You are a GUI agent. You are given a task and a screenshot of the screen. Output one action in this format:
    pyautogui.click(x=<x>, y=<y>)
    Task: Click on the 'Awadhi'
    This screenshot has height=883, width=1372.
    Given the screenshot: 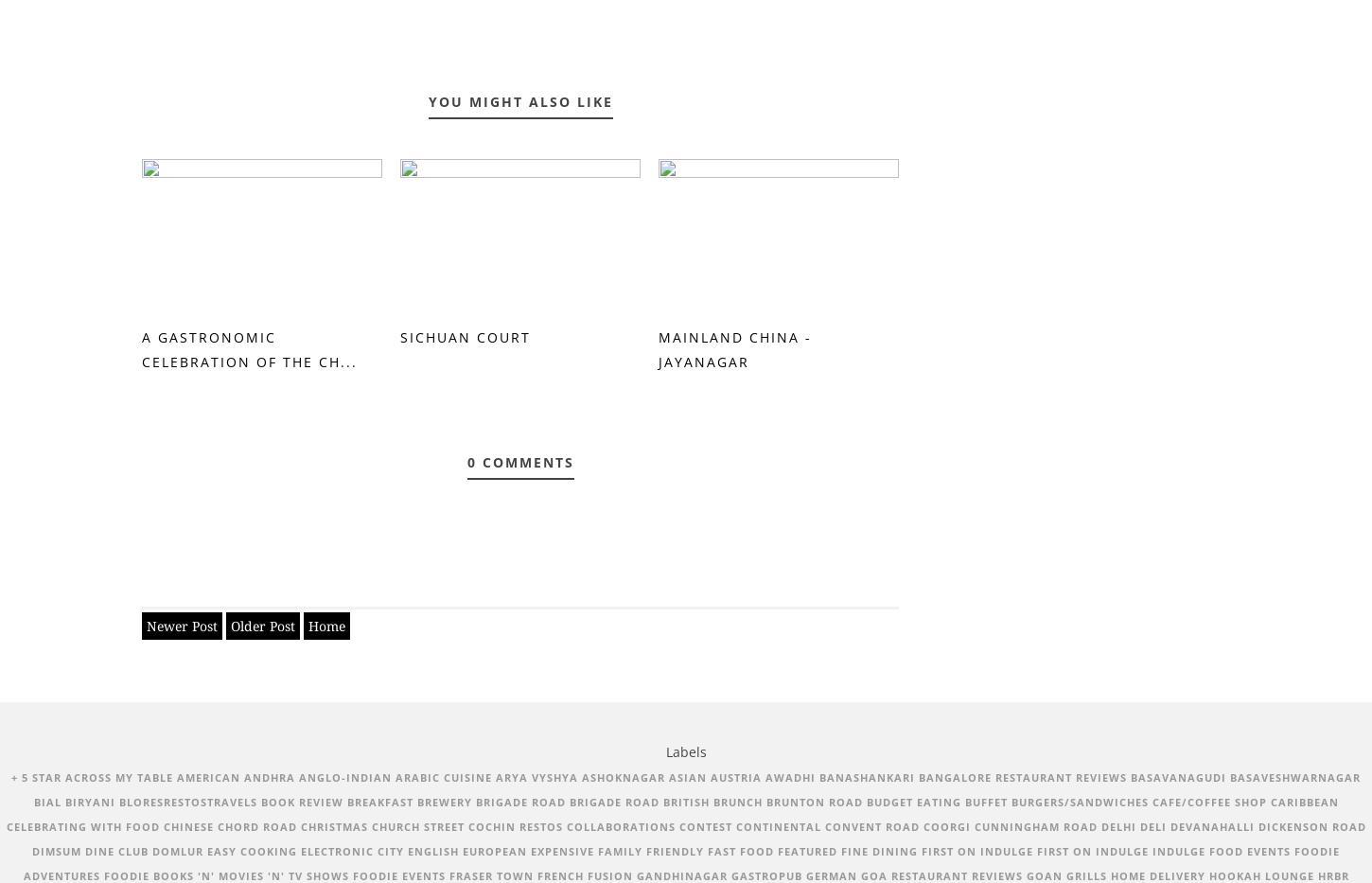 What is the action you would take?
    pyautogui.click(x=790, y=776)
    